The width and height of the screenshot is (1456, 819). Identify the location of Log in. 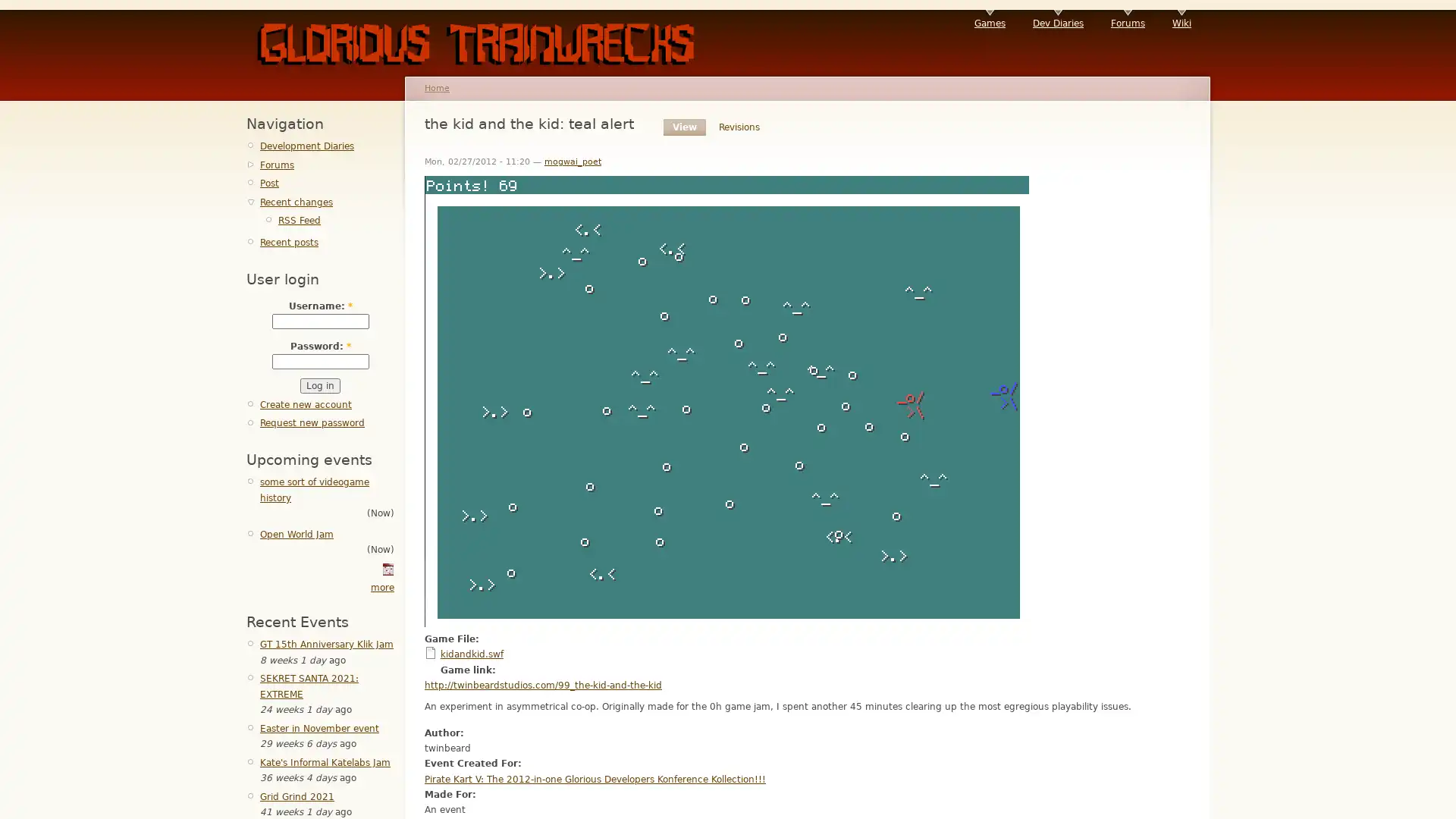
(319, 385).